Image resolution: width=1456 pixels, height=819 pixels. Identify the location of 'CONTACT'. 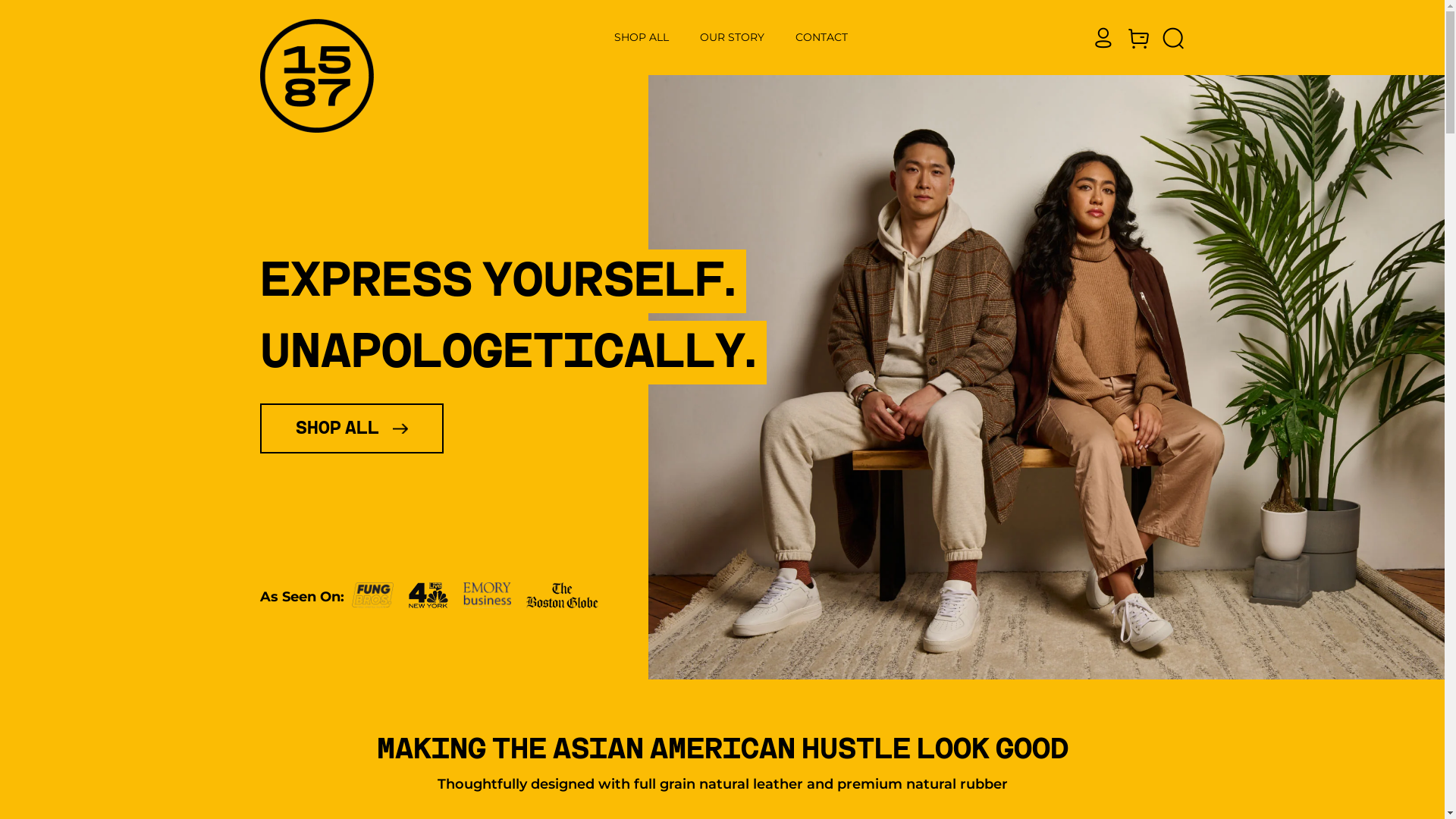
(821, 36).